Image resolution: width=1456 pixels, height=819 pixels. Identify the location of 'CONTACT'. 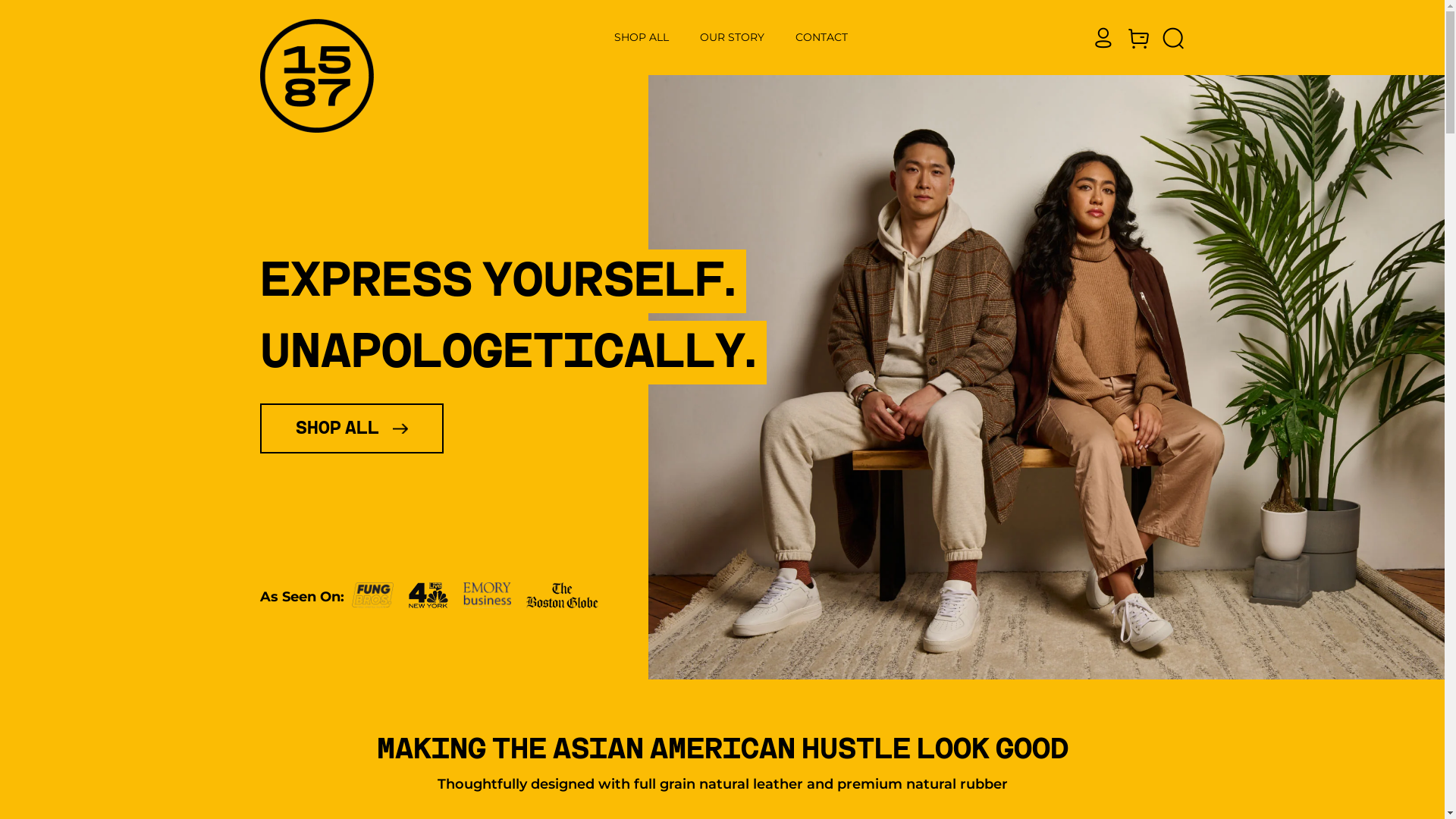
(821, 36).